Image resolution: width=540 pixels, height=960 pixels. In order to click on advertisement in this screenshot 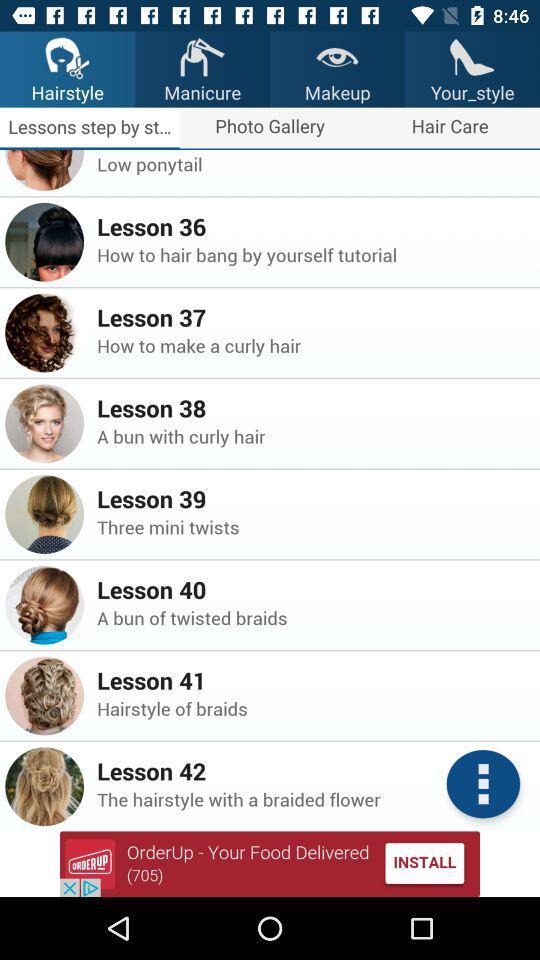, I will do `click(270, 863)`.